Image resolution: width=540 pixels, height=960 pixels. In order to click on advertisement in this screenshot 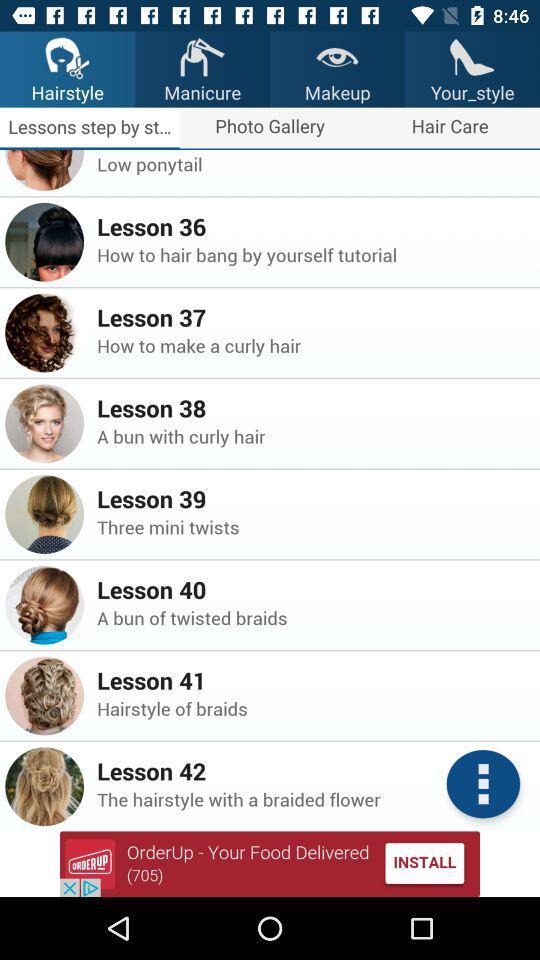, I will do `click(270, 863)`.